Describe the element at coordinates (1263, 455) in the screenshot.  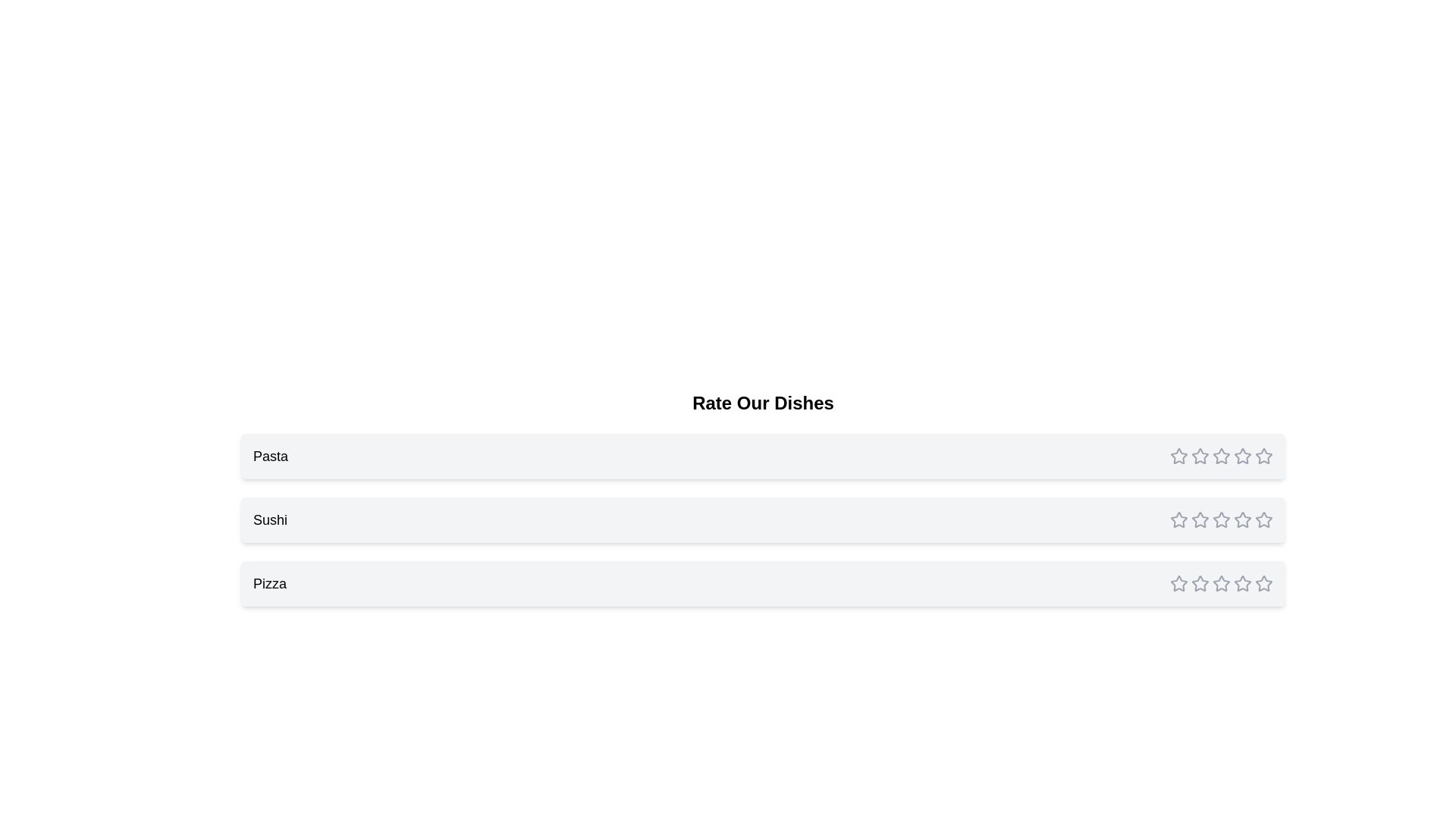
I see `the fifth star-shaped icon with gray outlines in the rating system to rate it, located to the right of the 'Pizza' label` at that location.